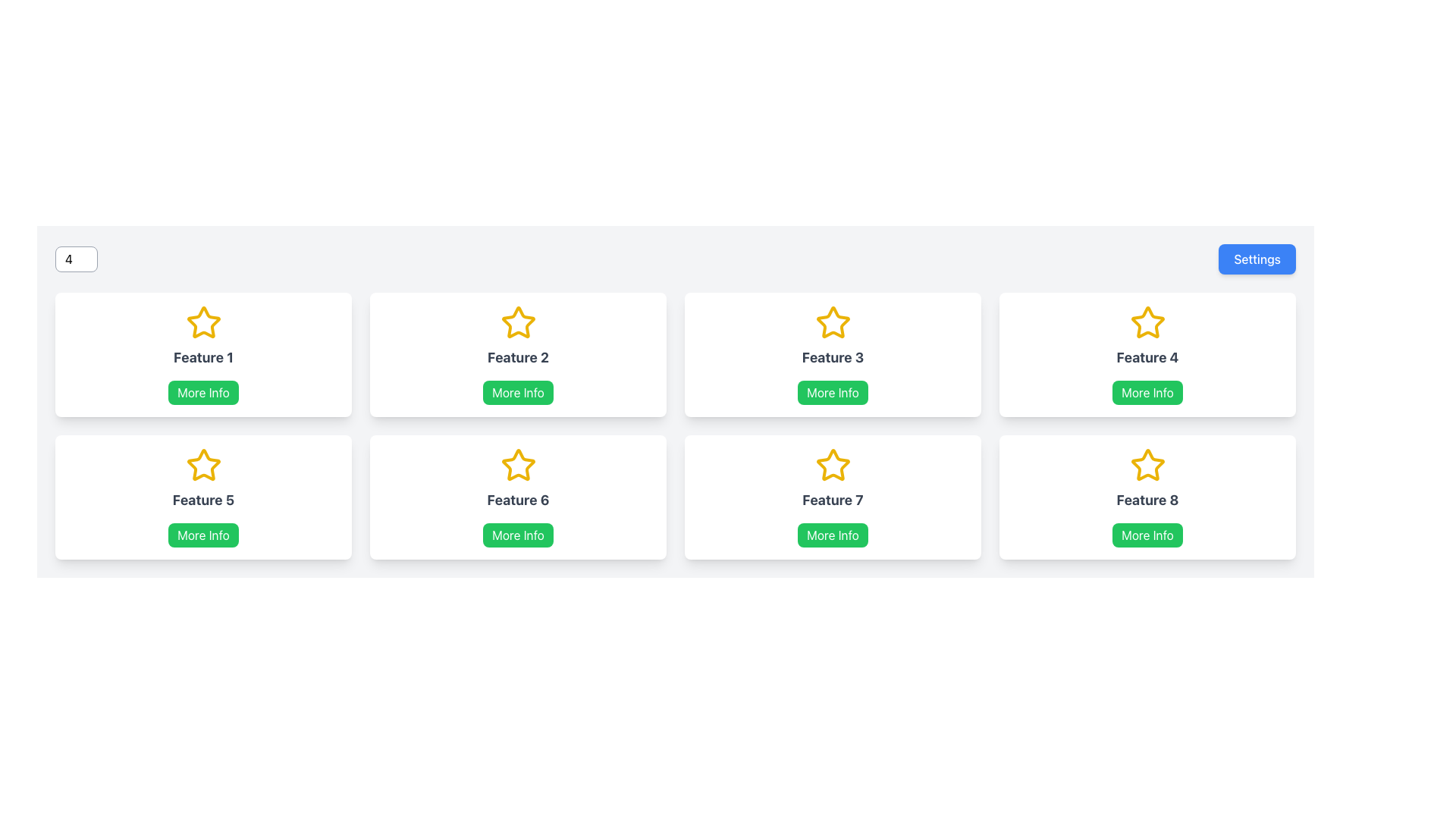 This screenshot has height=819, width=1456. What do you see at coordinates (832, 322) in the screenshot?
I see `the third star icon in the grid layout on the top row, positioned above the 'Feature 3' label and 'More Info' button` at bounding box center [832, 322].